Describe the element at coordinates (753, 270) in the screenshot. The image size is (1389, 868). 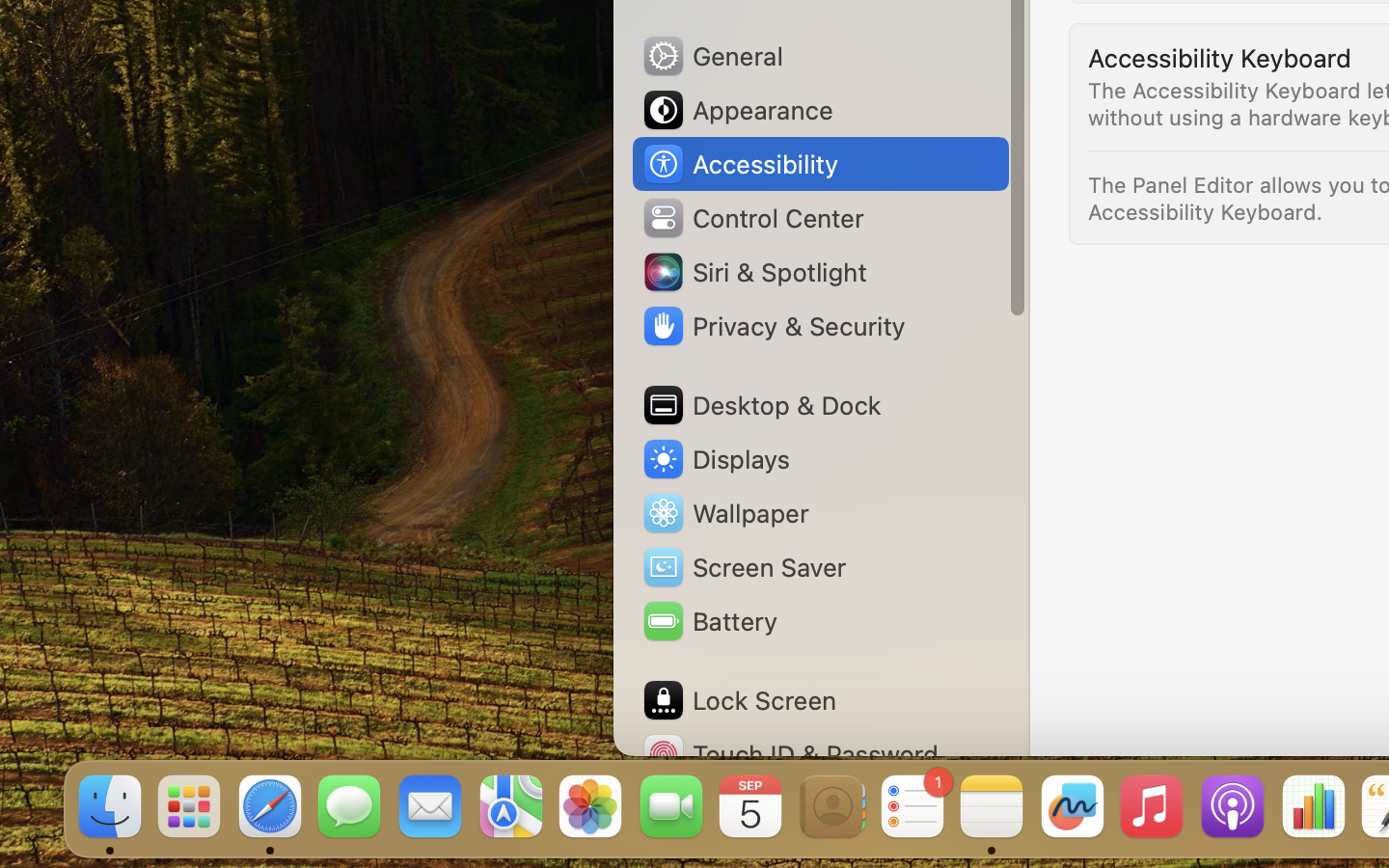
I see `'Siri & Spotlight'` at that location.